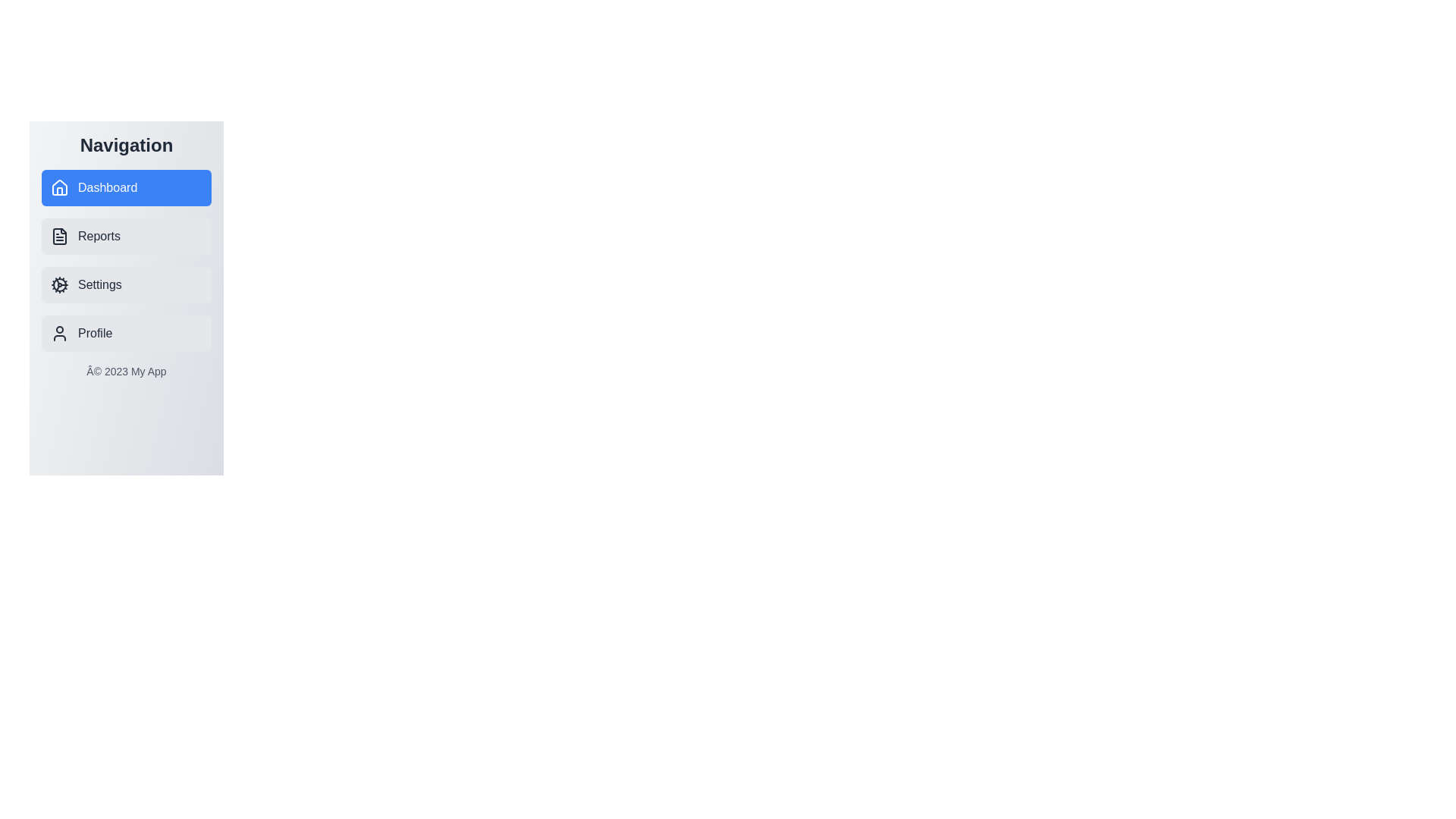  What do you see at coordinates (127, 332) in the screenshot?
I see `the 'Profile' navigation button located in the vertical list of navigation options in the sidebar` at bounding box center [127, 332].